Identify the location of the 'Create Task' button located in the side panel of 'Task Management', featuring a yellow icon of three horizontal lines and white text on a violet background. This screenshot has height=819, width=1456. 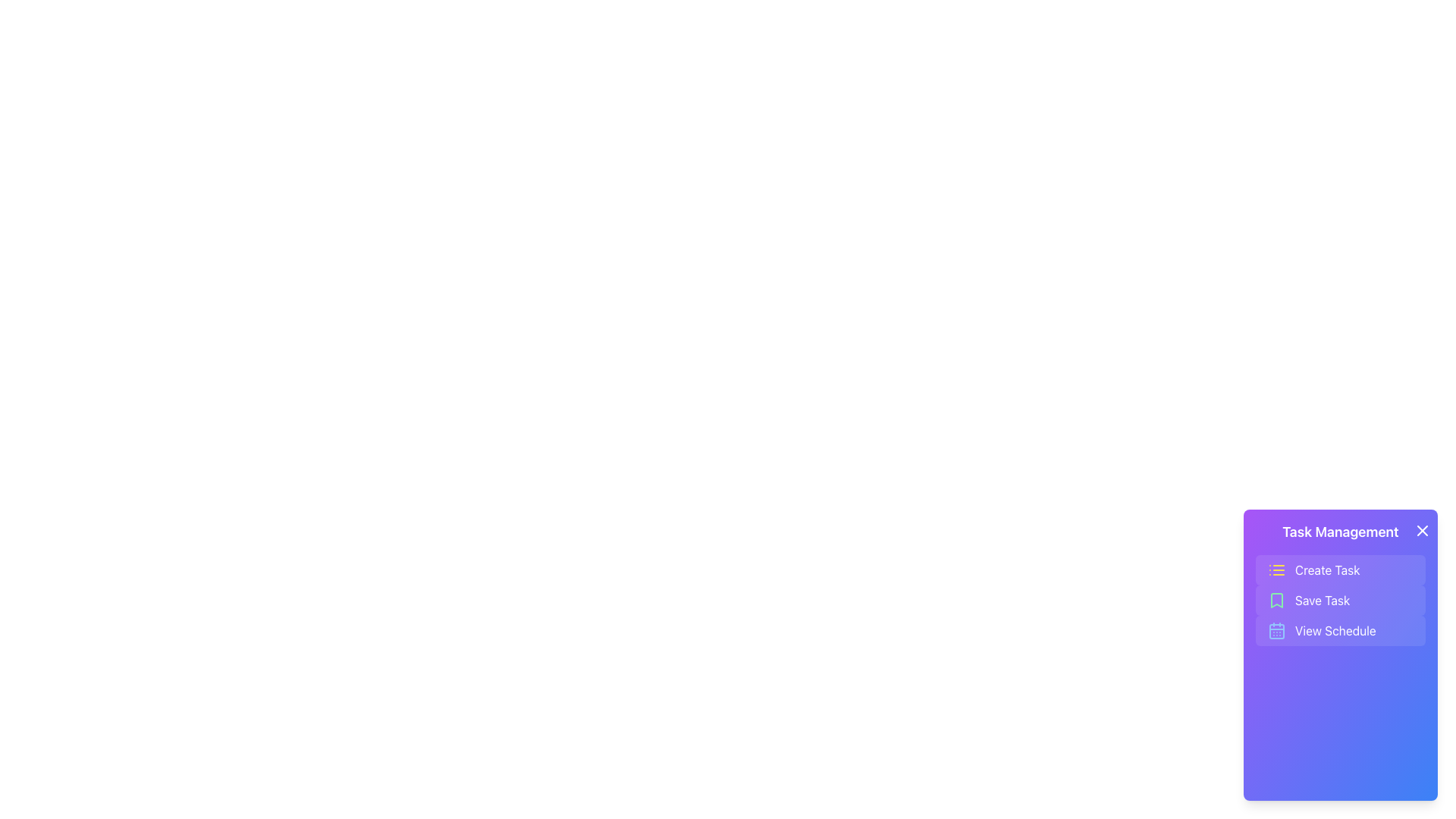
(1340, 570).